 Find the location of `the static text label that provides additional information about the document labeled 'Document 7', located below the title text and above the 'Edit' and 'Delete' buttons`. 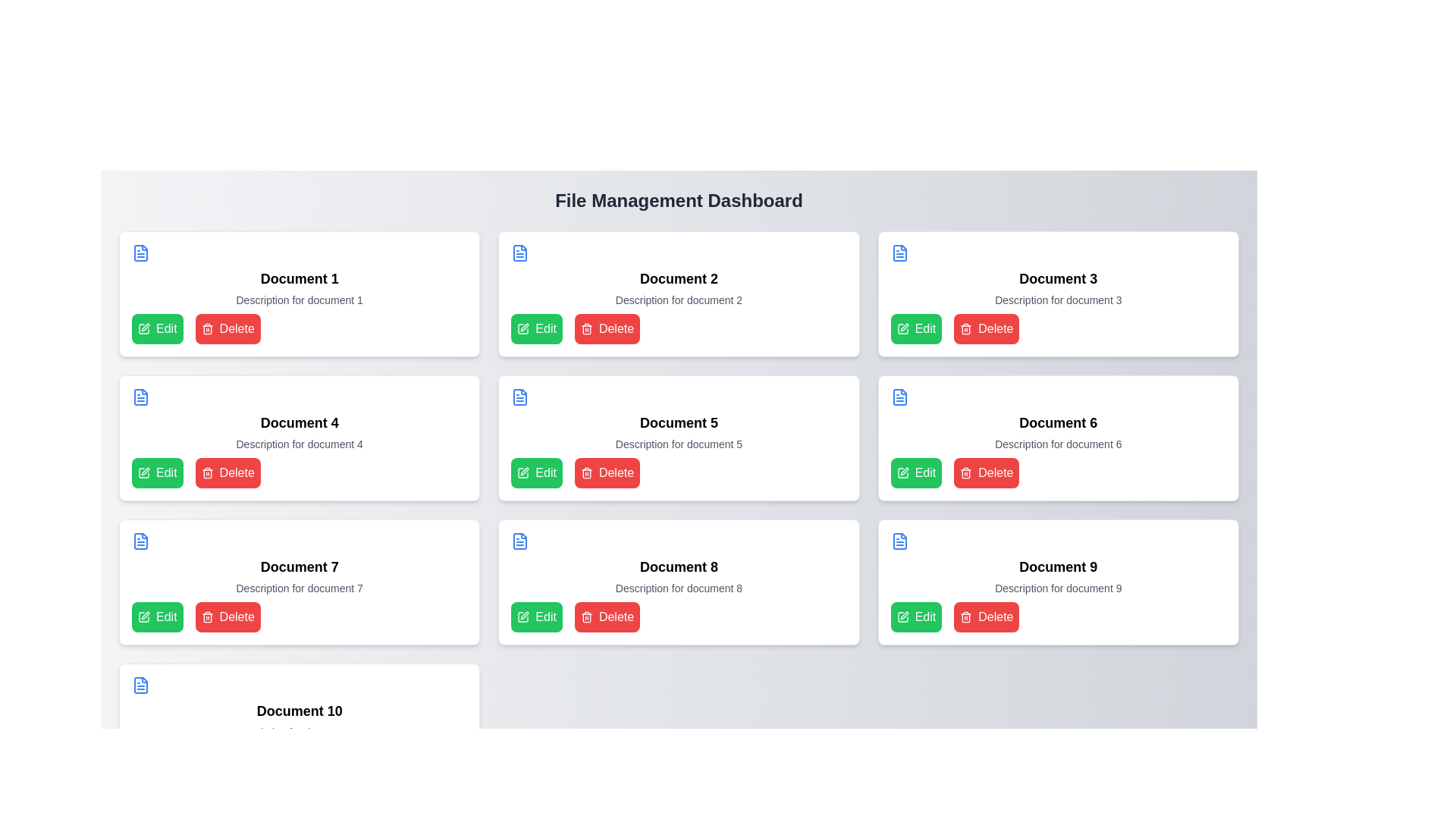

the static text label that provides additional information about the document labeled 'Document 7', located below the title text and above the 'Edit' and 'Delete' buttons is located at coordinates (300, 587).